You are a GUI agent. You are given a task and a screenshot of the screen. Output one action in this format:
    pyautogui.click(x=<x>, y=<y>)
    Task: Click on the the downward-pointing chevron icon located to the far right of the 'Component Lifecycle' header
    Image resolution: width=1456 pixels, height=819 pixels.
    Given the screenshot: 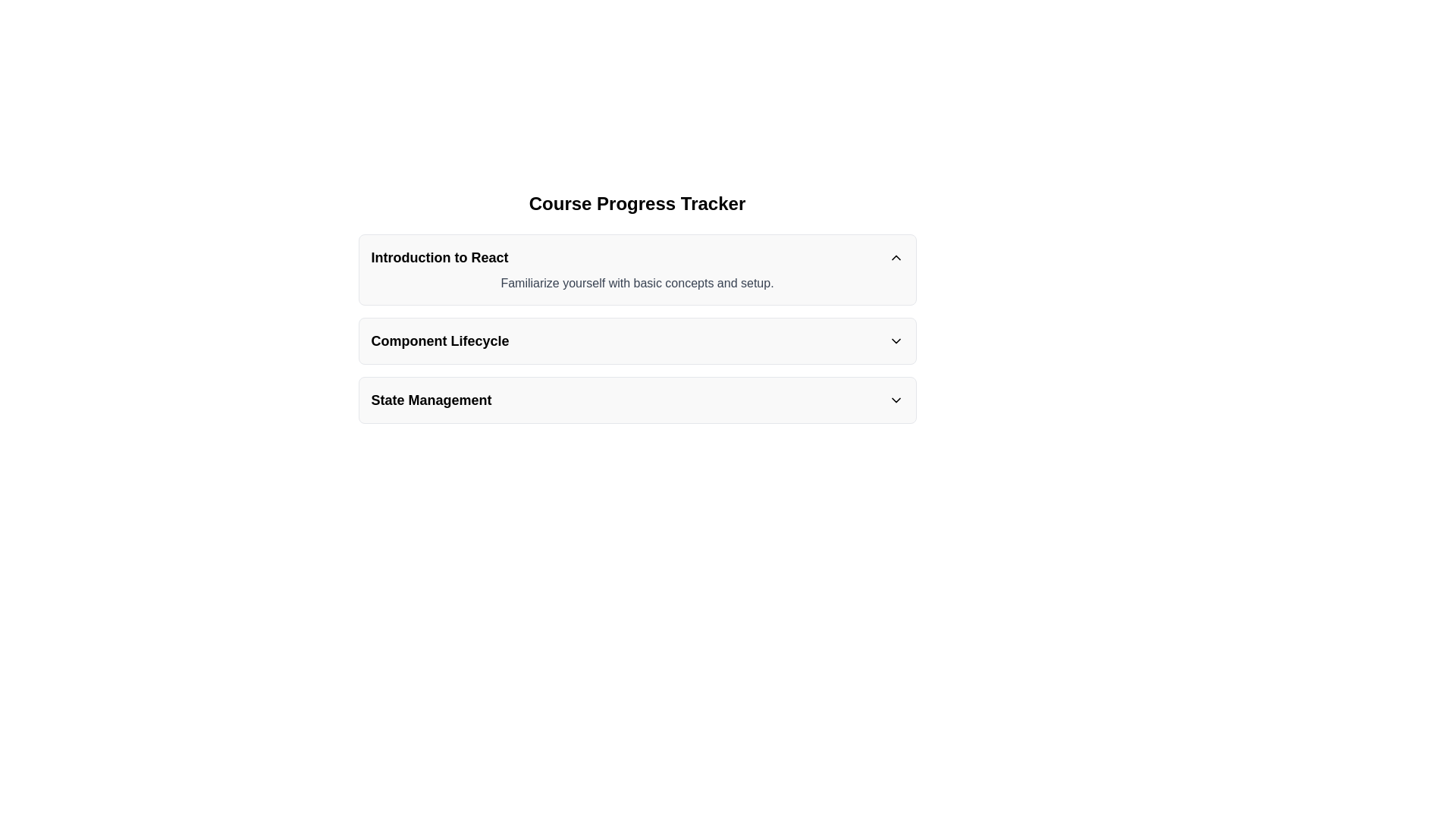 What is the action you would take?
    pyautogui.click(x=896, y=341)
    